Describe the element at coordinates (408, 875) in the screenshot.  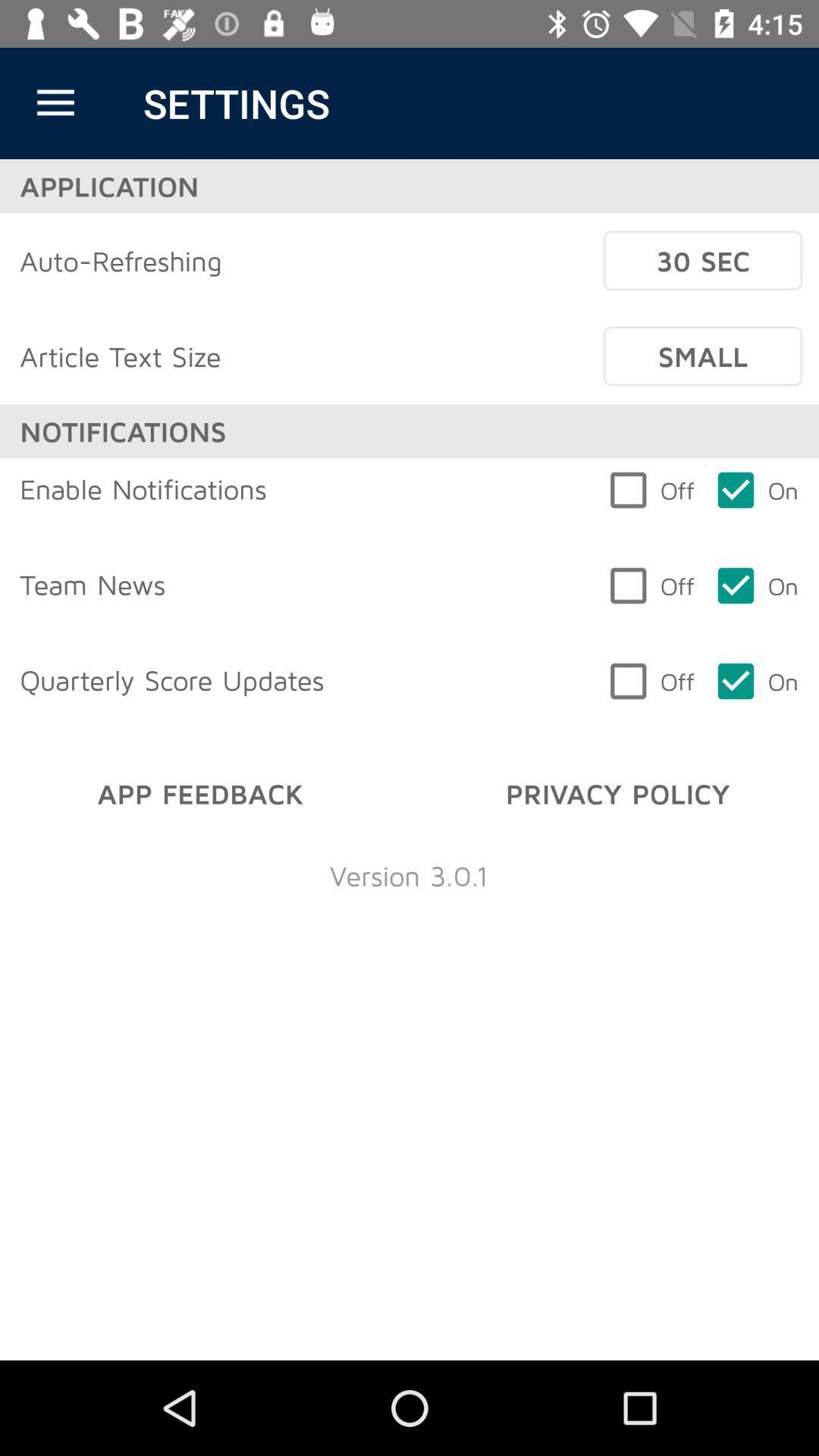
I see `the version 3 0 item` at that location.